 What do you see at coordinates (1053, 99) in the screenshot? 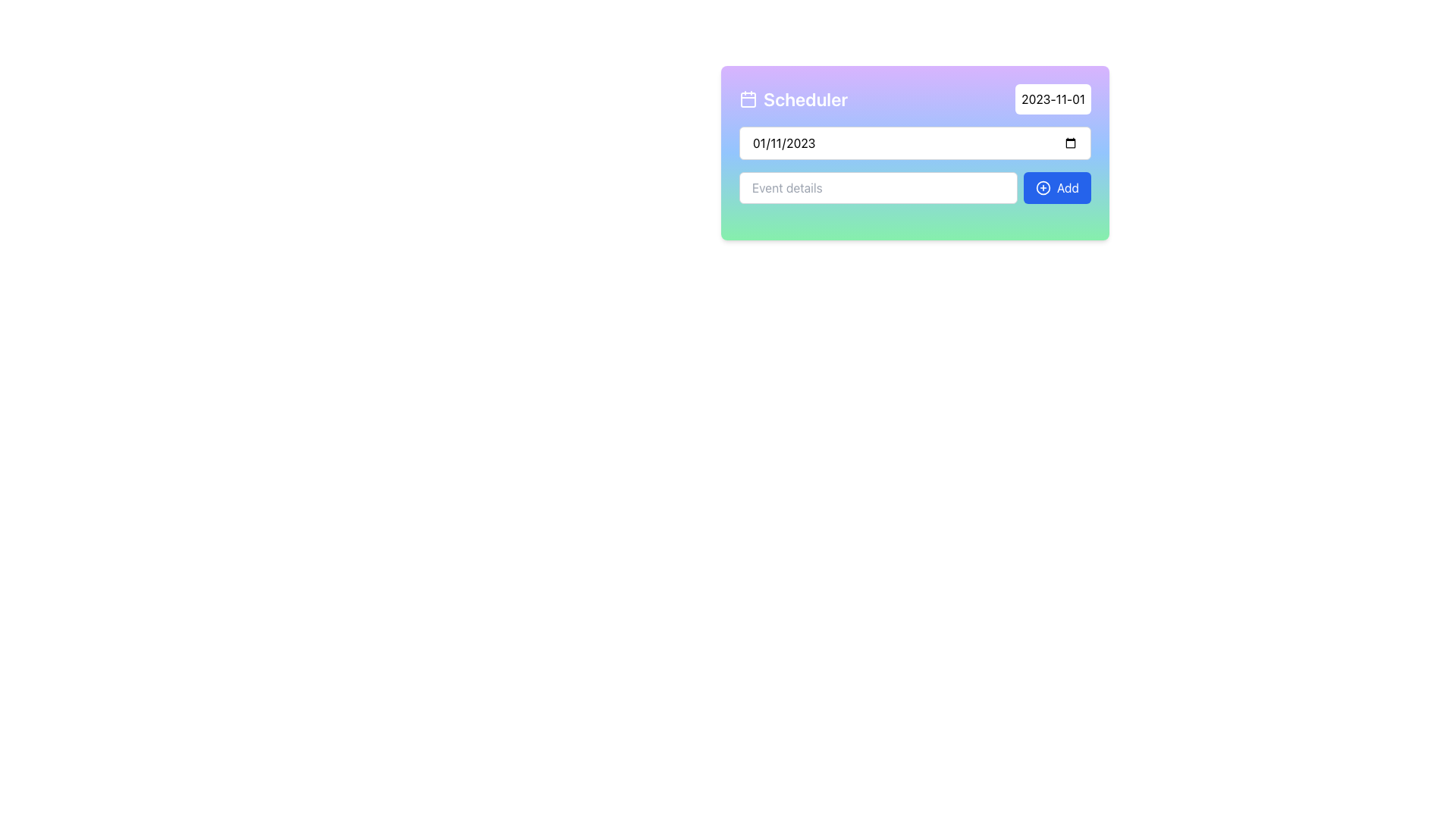
I see `the Label element displaying the date '2023-11-01', which is located at the upper right of the color-gradient banner in the interface` at bounding box center [1053, 99].